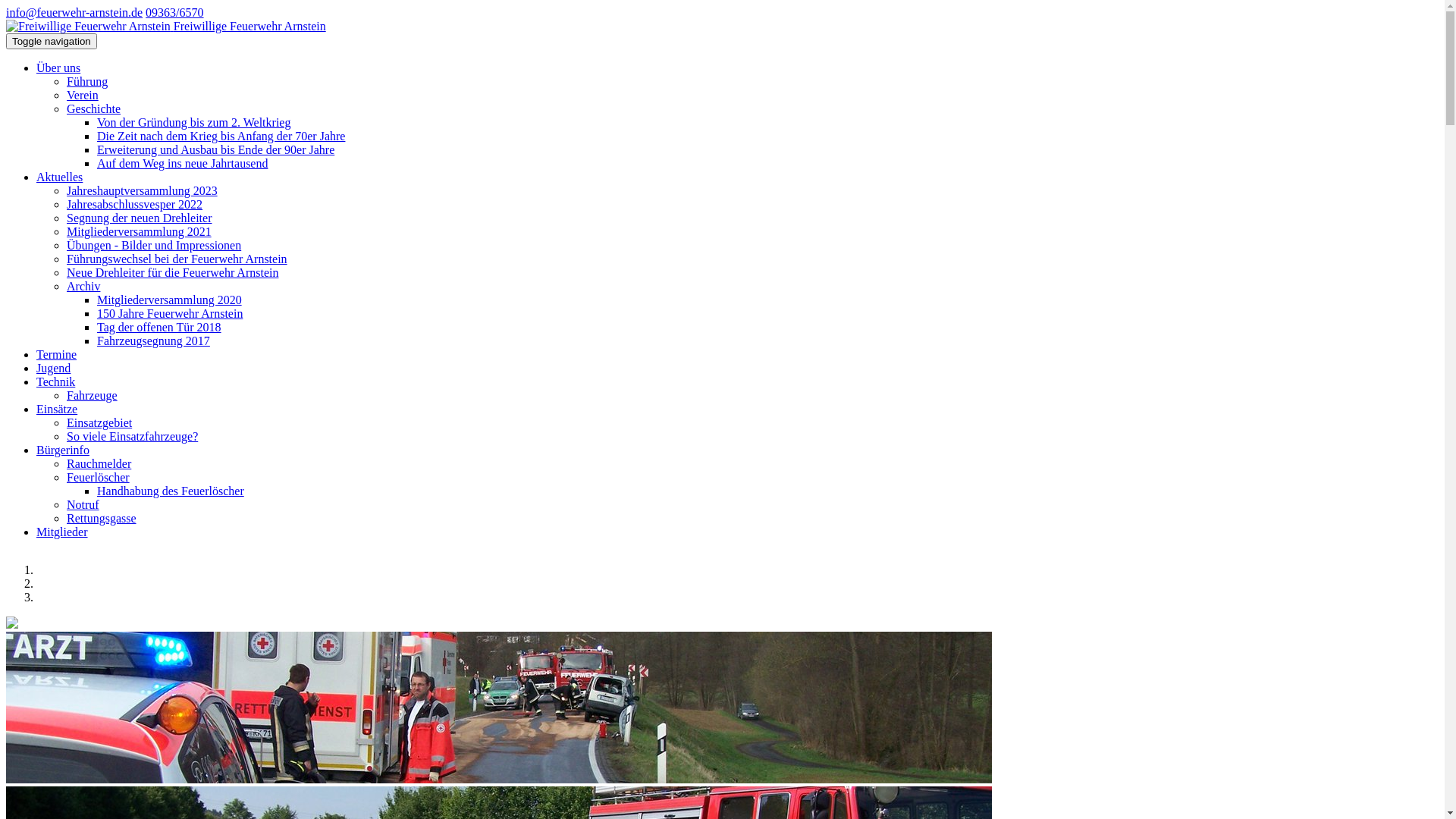 The height and width of the screenshot is (819, 1456). Describe the element at coordinates (169, 300) in the screenshot. I see `'Mitgliederversammlung 2020'` at that location.